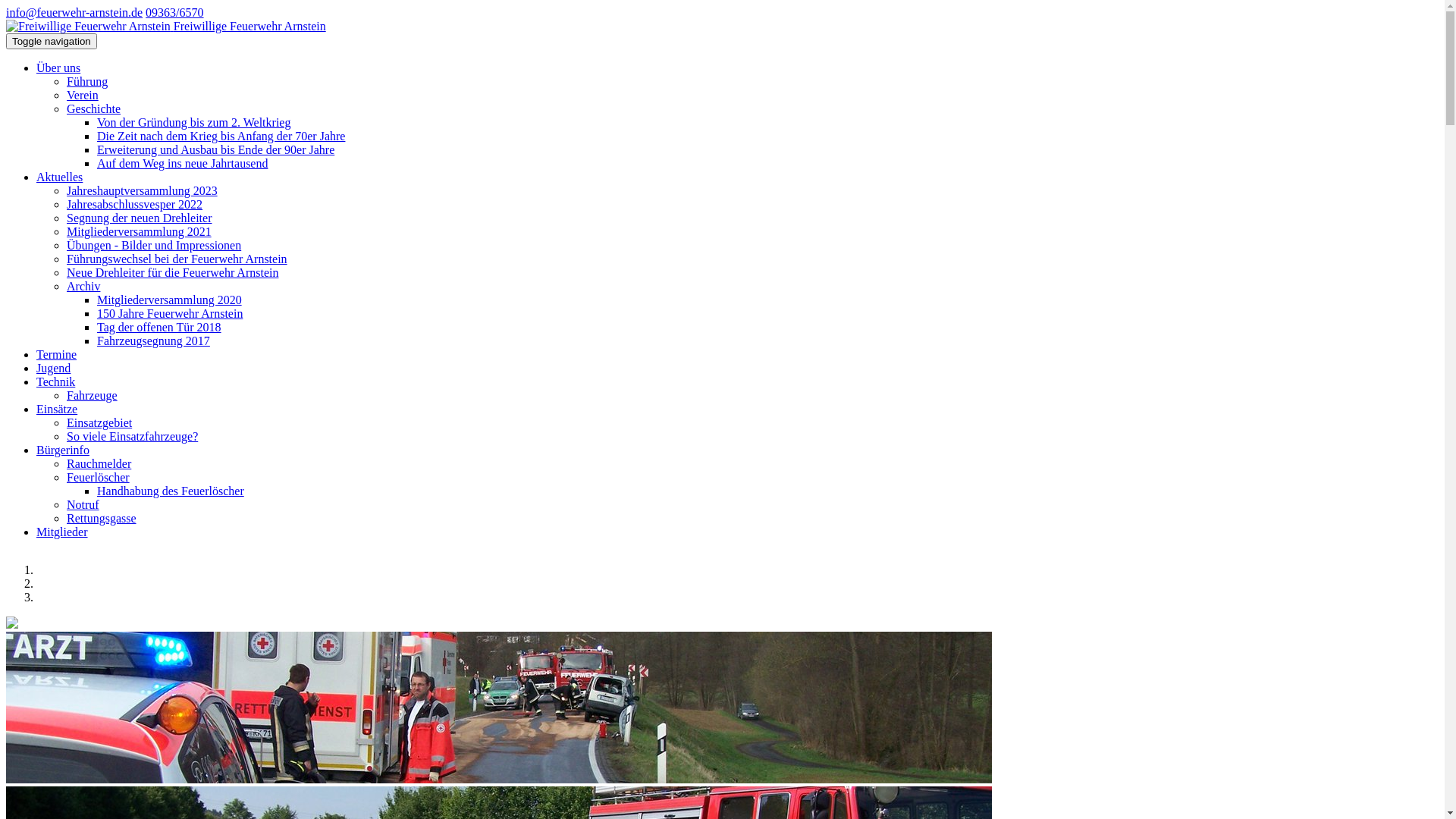 The height and width of the screenshot is (819, 1456). Describe the element at coordinates (169, 300) in the screenshot. I see `'Mitgliederversammlung 2020'` at that location.